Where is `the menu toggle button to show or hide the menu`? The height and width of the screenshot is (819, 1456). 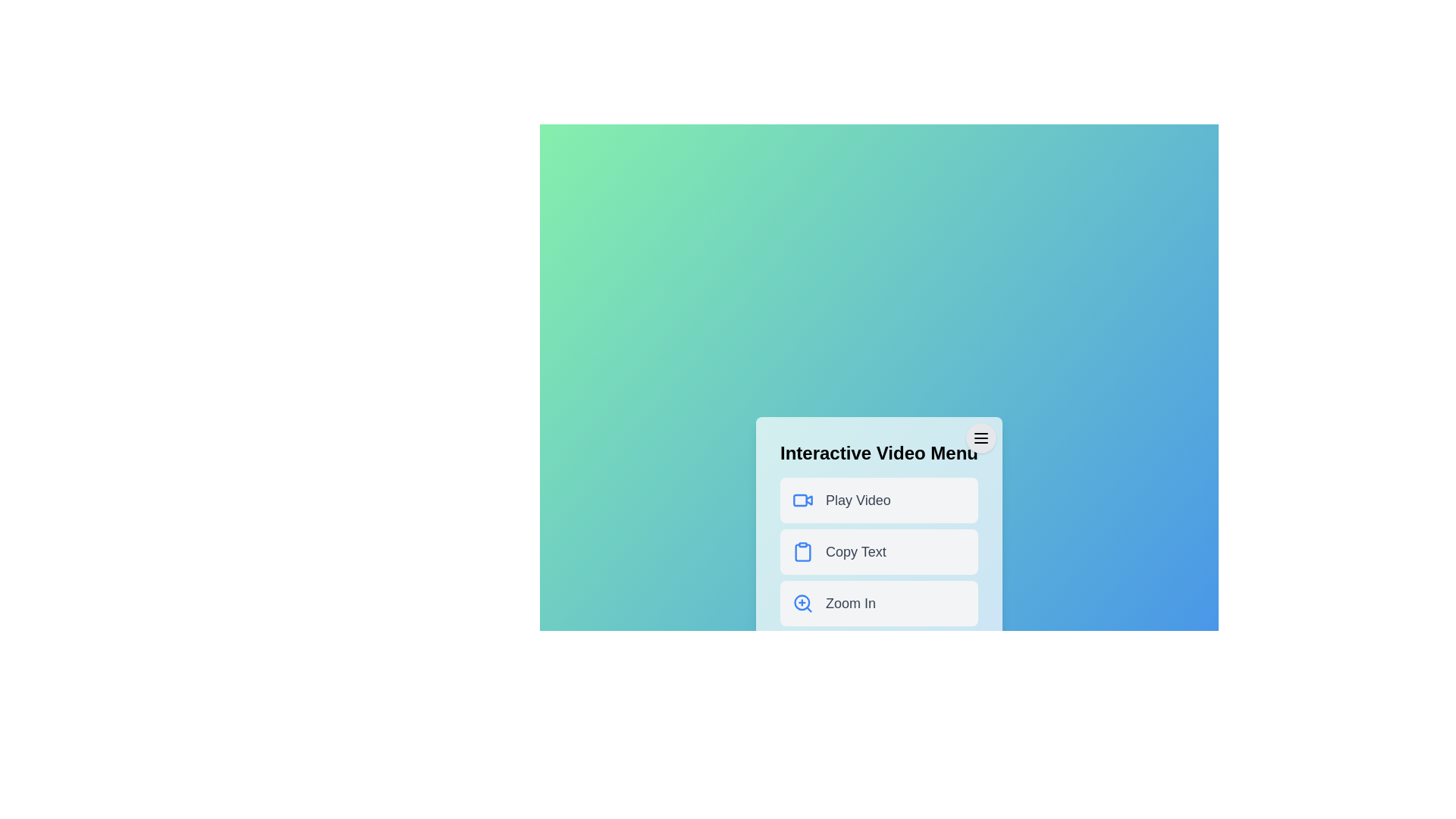 the menu toggle button to show or hide the menu is located at coordinates (981, 438).